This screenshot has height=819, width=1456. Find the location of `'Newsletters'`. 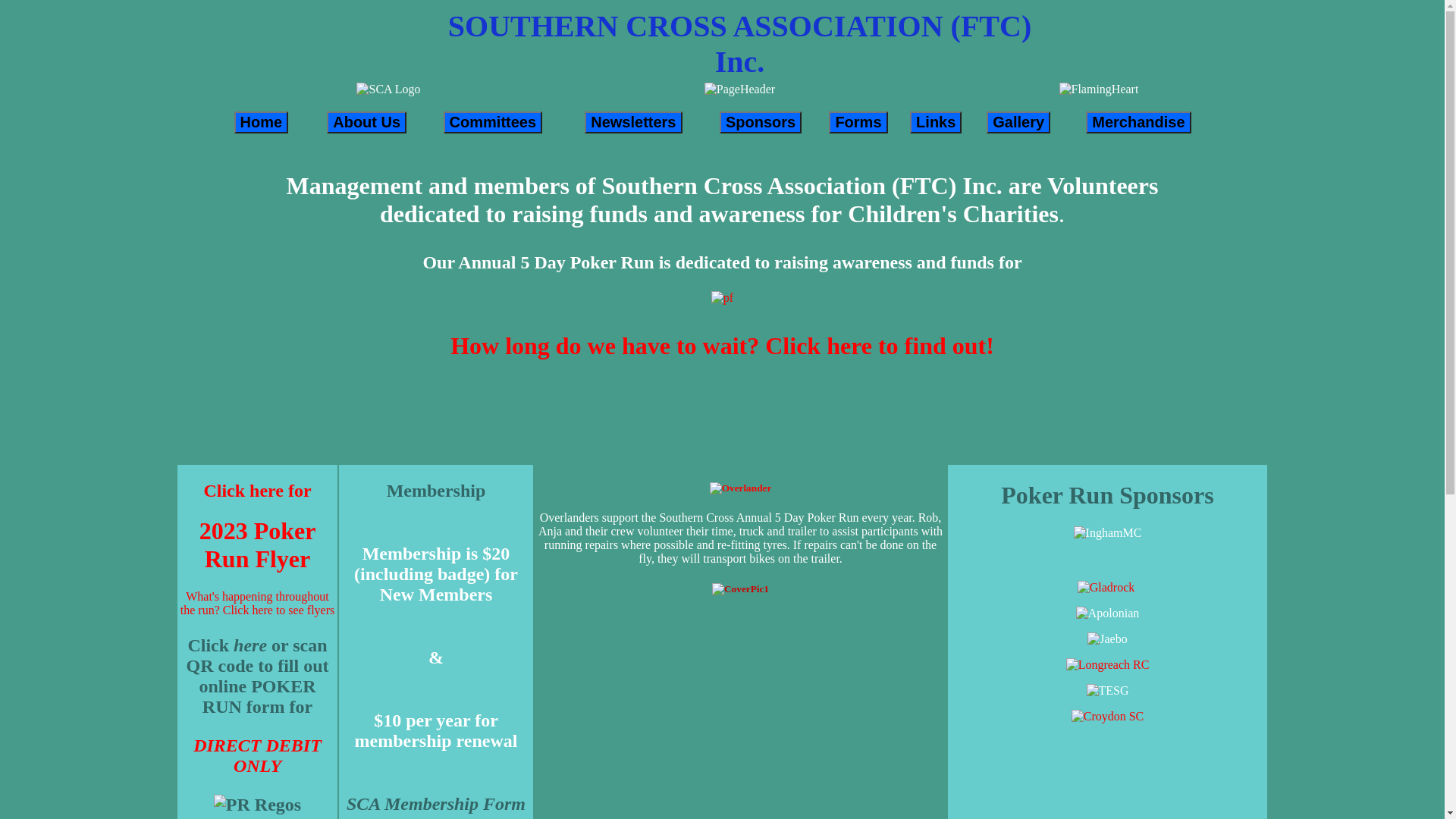

'Newsletters' is located at coordinates (633, 121).